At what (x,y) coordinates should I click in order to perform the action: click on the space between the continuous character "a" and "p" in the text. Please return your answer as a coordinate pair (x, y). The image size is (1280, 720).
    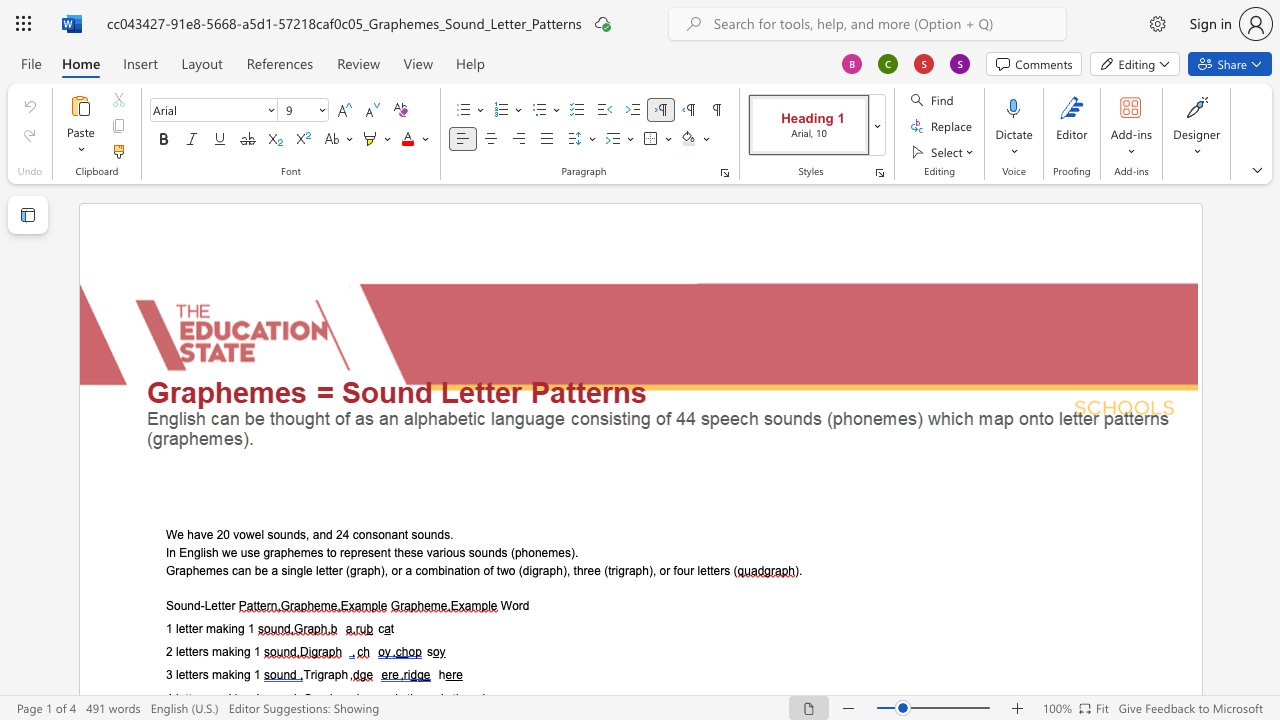
    Looking at the image, I should click on (279, 552).